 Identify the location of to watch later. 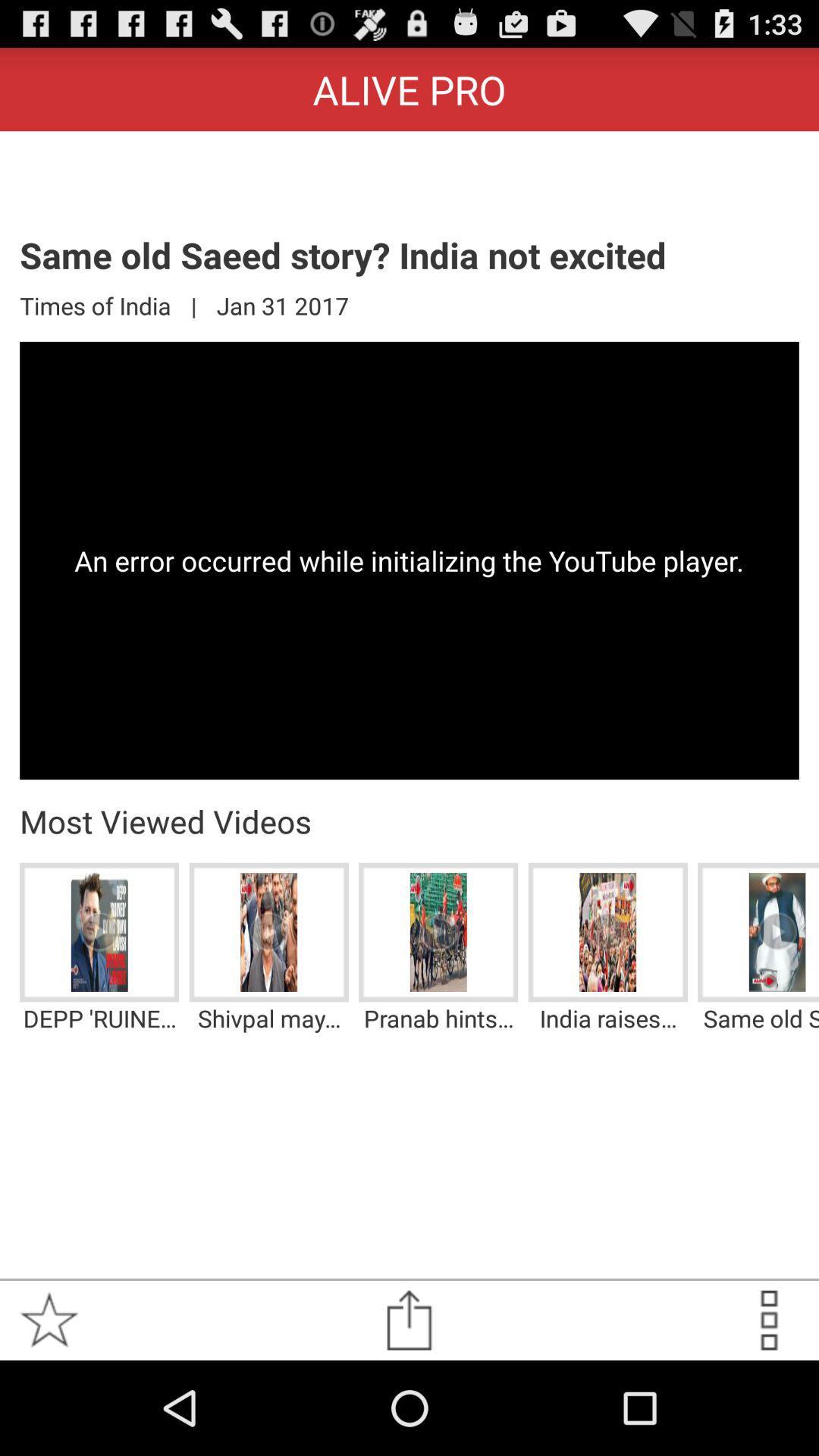
(769, 1319).